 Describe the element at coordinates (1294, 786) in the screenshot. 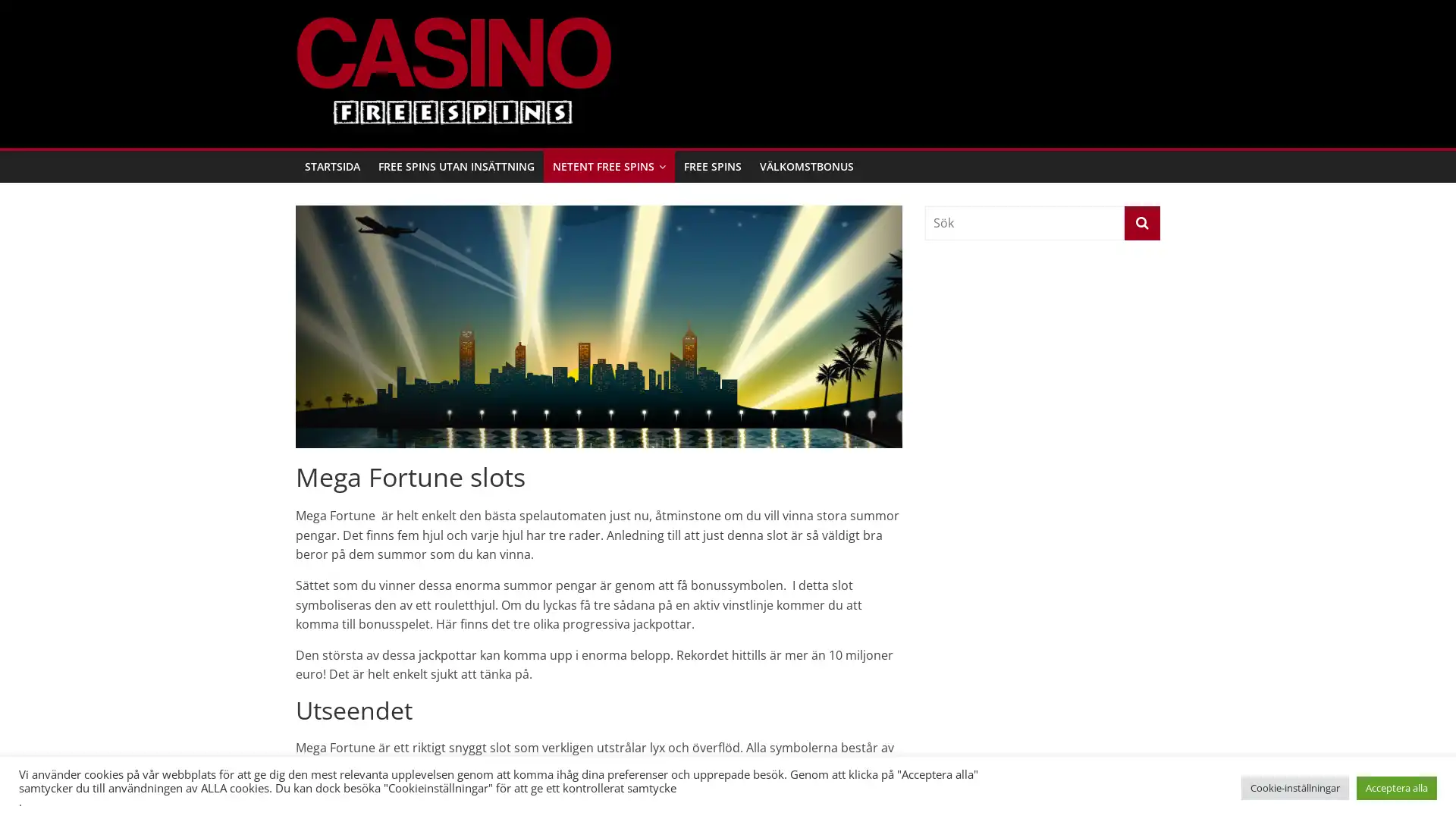

I see `Cookie-installningar` at that location.